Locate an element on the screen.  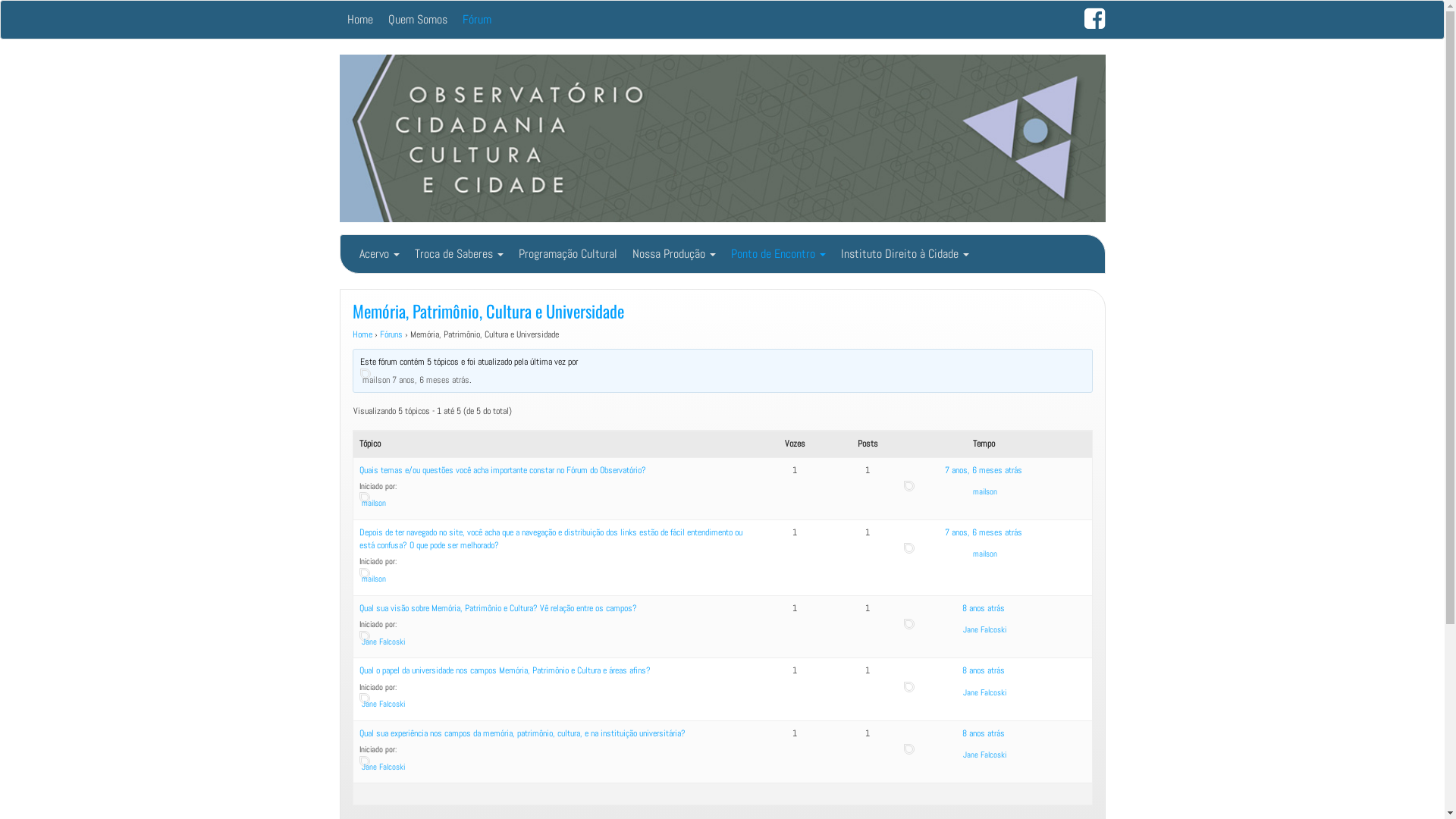
'Quem Somos' is located at coordinates (418, 20).